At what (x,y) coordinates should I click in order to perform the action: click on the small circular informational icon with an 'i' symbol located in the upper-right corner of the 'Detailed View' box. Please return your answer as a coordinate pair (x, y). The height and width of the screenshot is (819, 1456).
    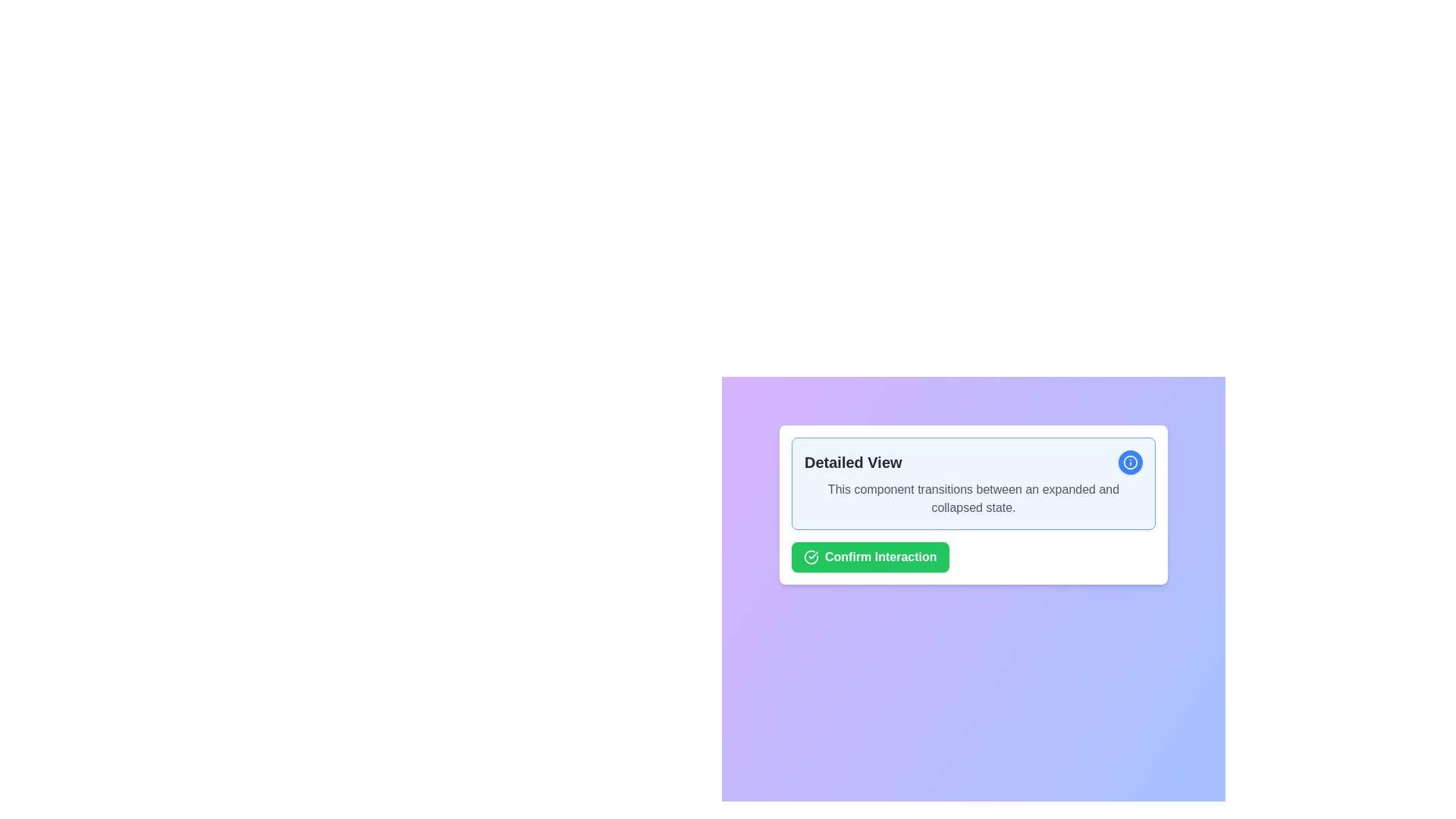
    Looking at the image, I should click on (1131, 461).